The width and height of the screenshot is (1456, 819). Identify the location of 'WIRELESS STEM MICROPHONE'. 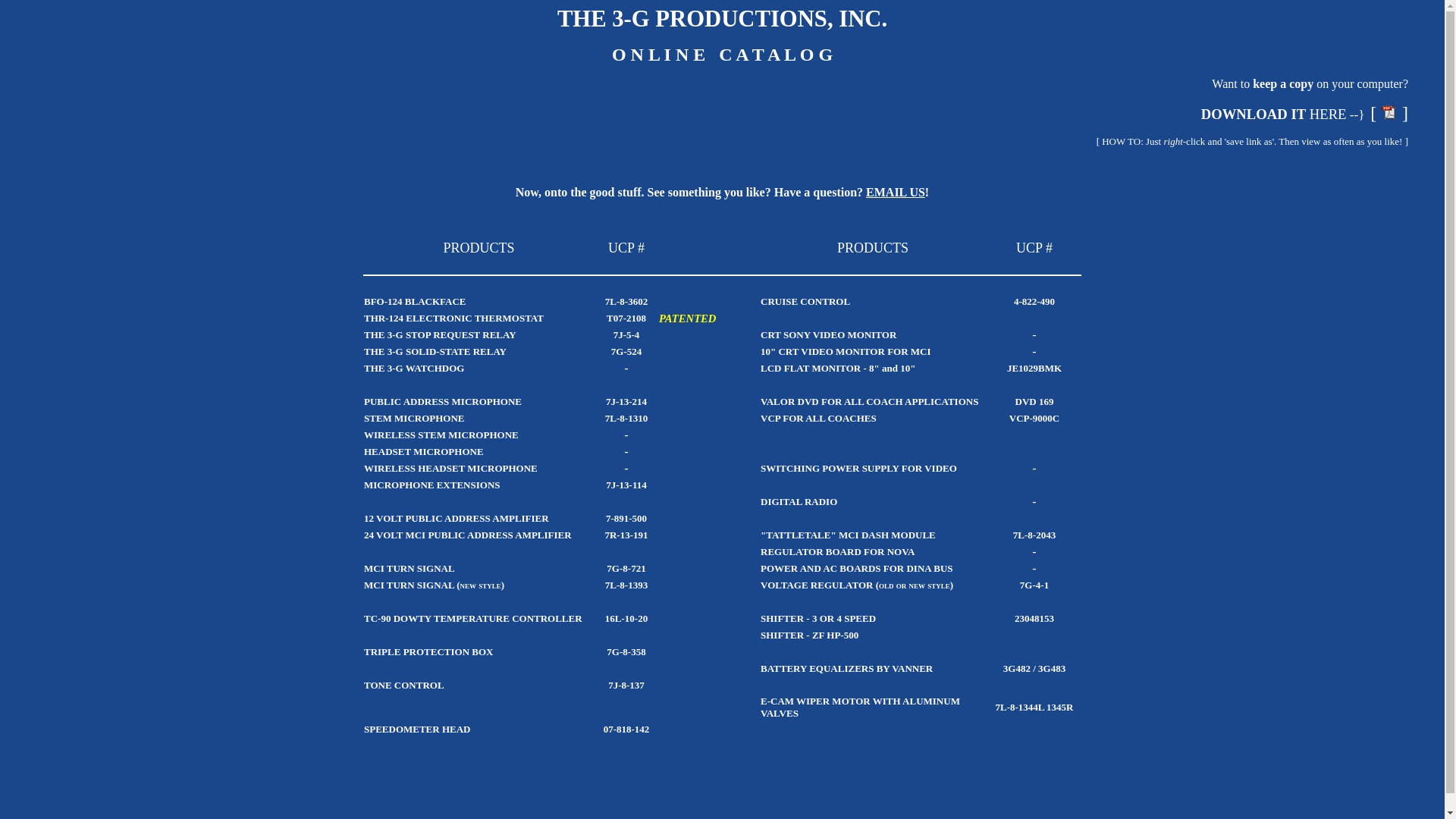
(440, 435).